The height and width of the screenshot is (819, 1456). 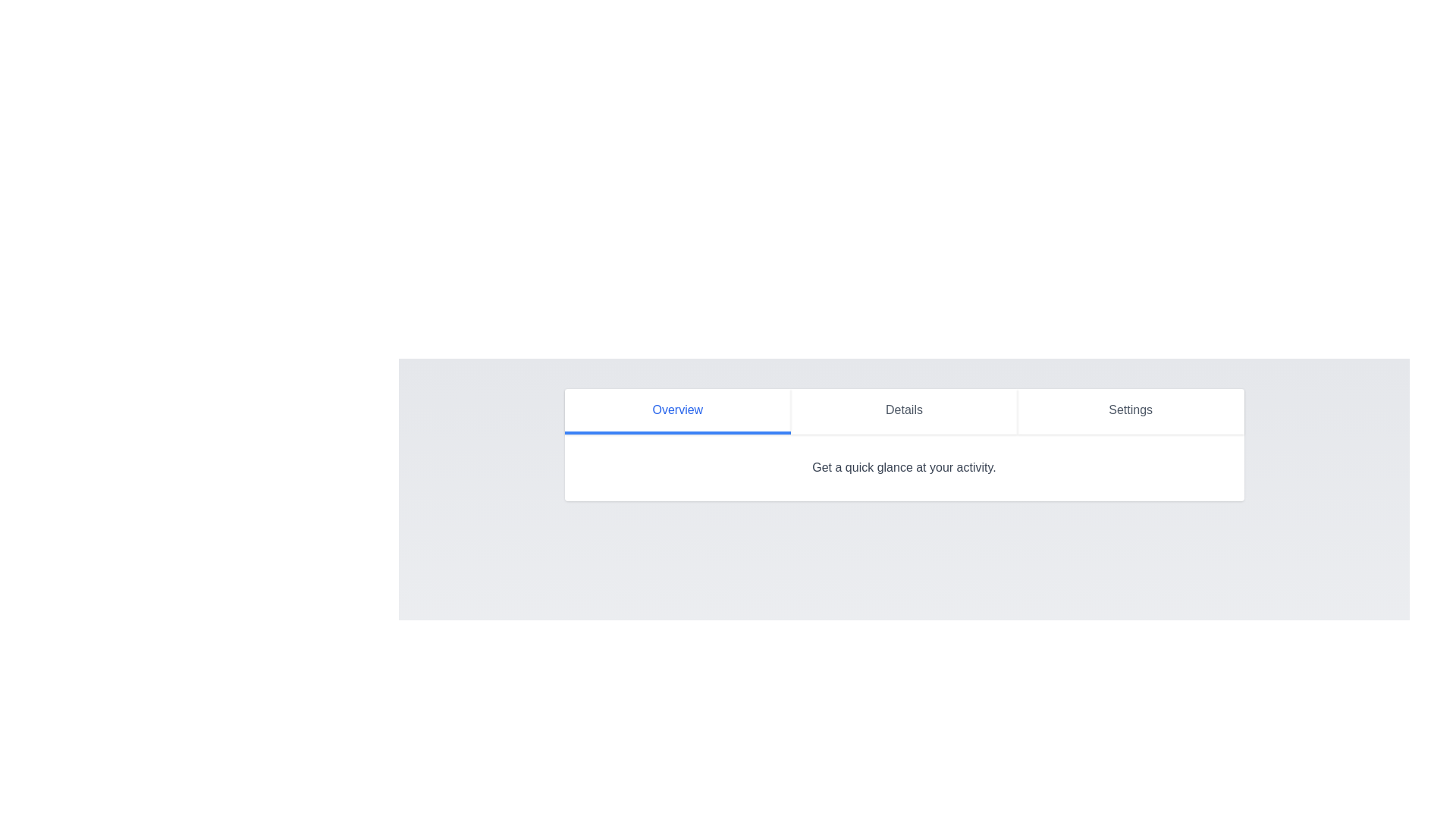 I want to click on the Overview tab by clicking on its button, so click(x=676, y=412).